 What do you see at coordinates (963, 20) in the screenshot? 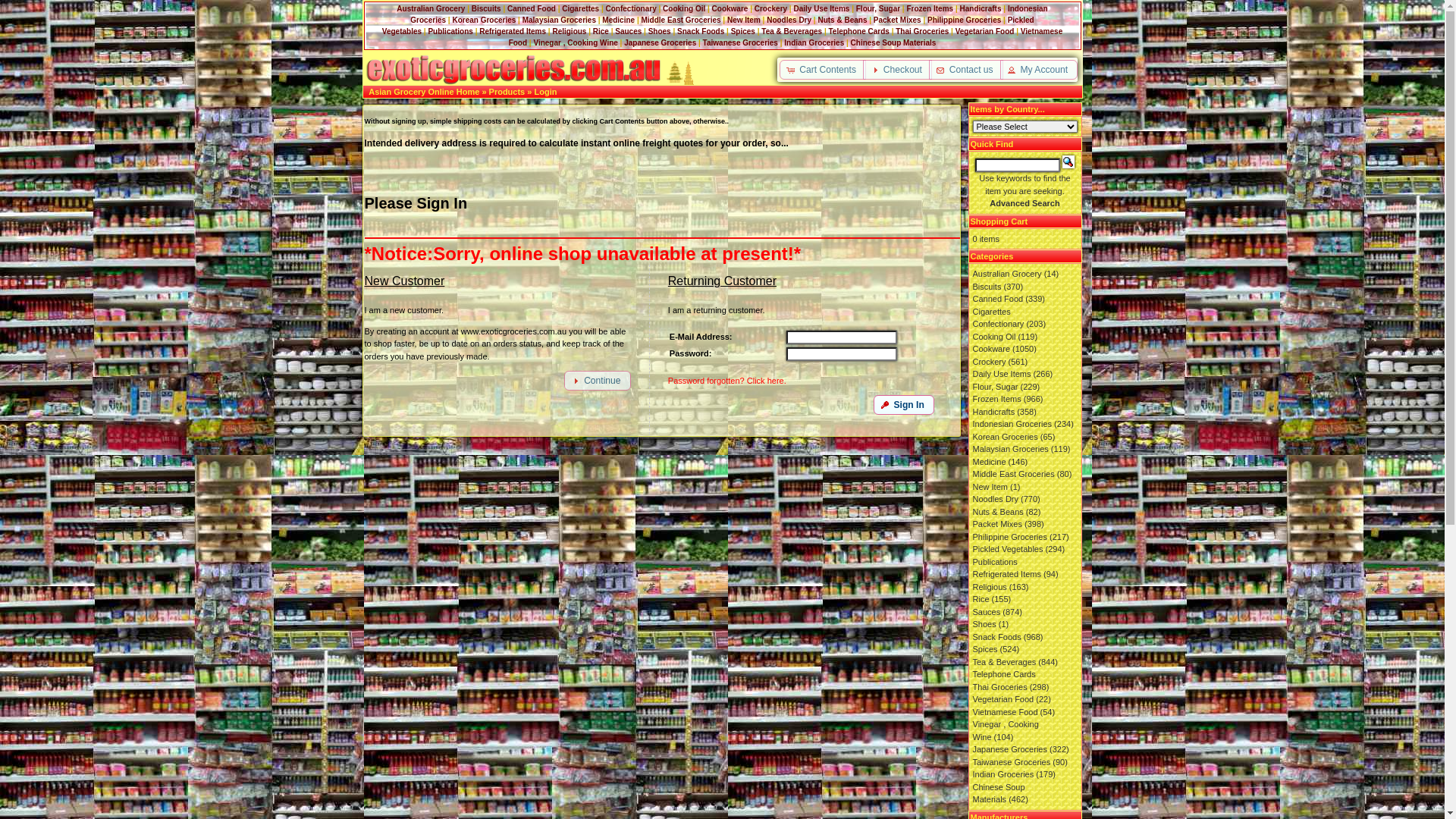
I see `'Philippine Groceries'` at bounding box center [963, 20].